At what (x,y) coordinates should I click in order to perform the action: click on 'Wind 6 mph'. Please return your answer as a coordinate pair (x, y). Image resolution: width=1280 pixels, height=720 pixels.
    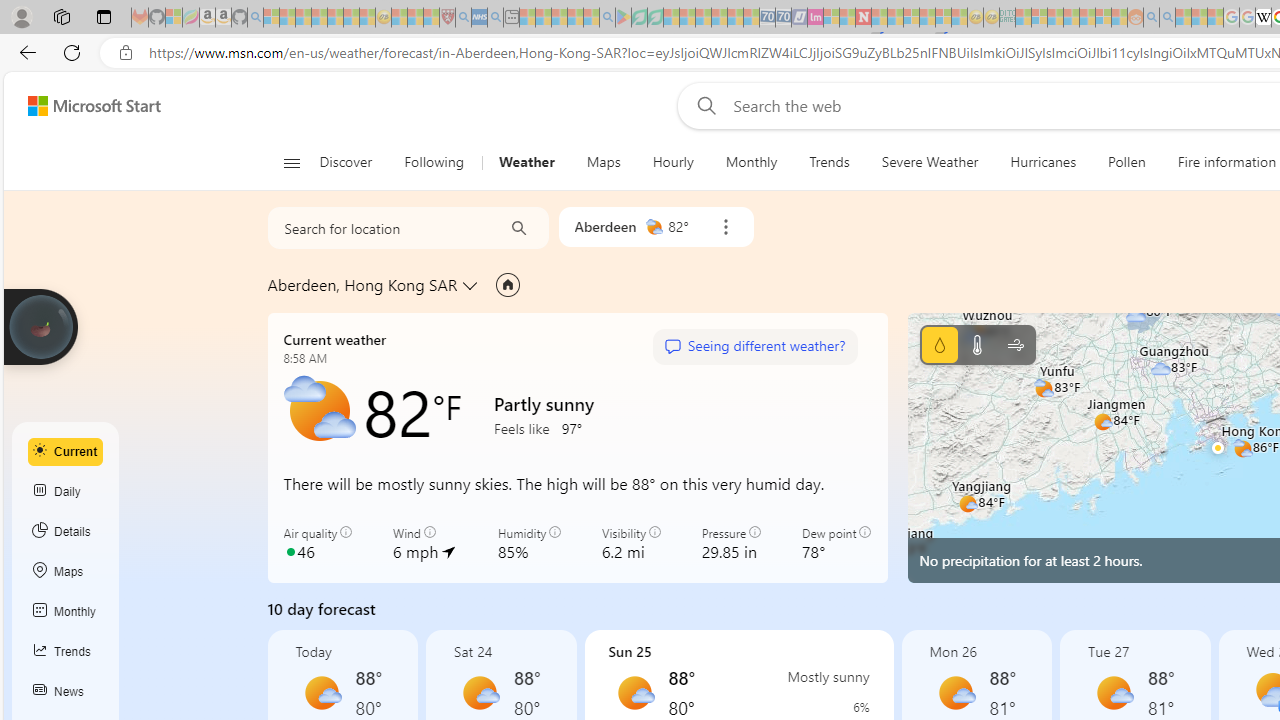
    Looking at the image, I should click on (423, 543).